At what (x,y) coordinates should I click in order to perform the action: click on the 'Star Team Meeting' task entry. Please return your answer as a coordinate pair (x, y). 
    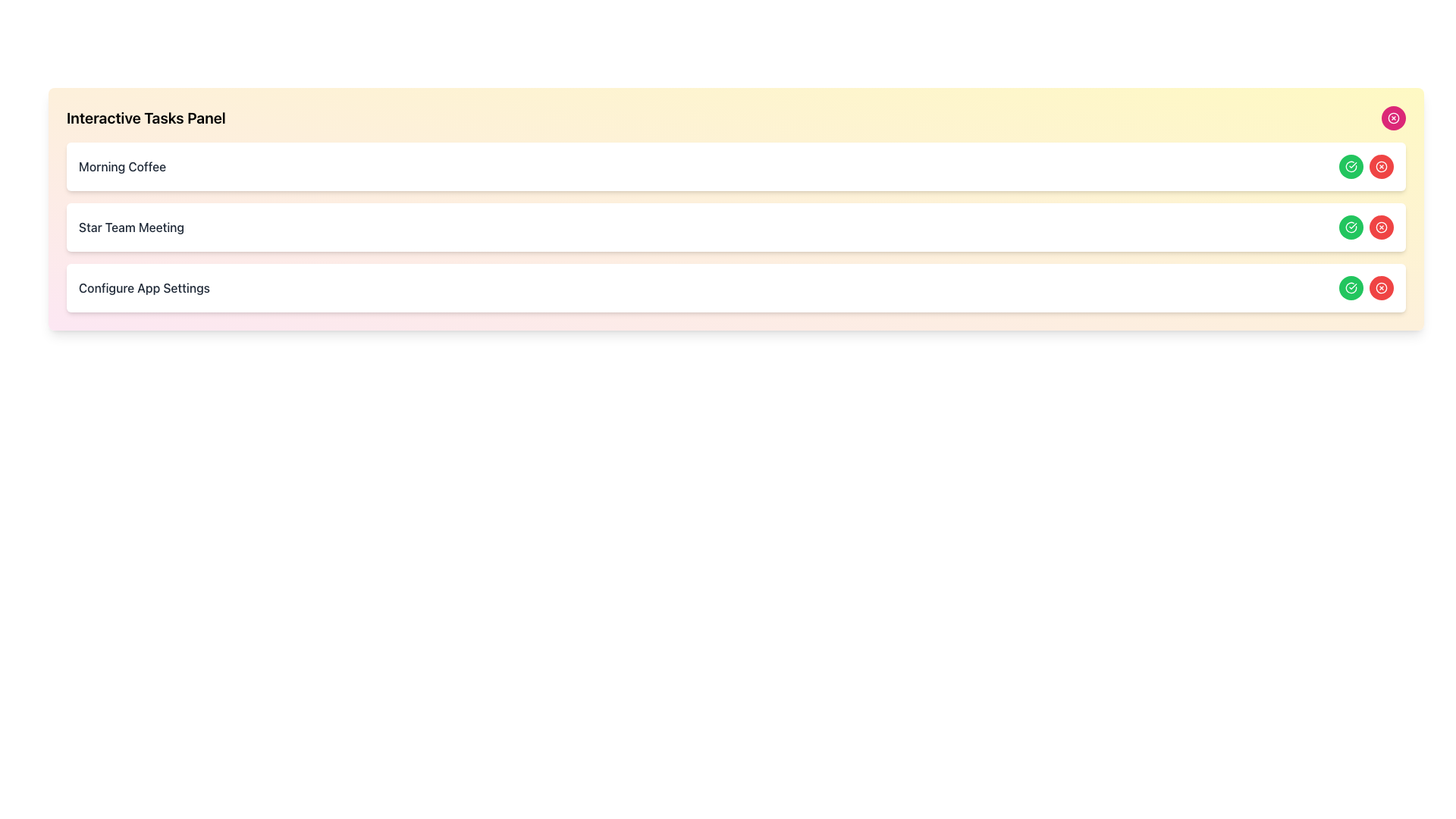
    Looking at the image, I should click on (736, 227).